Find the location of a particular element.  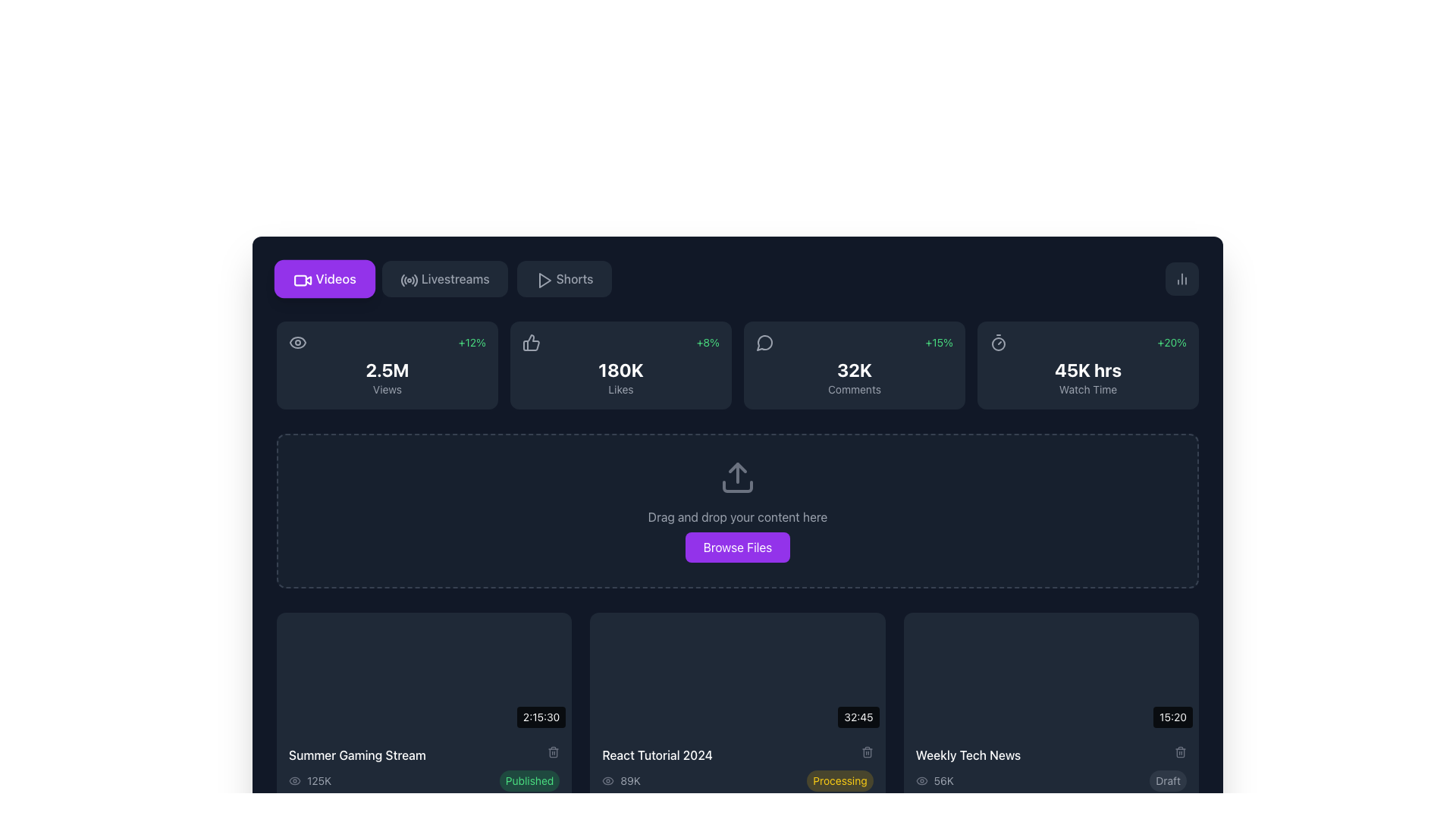

the Preview thumbnail component for the video titled 'React Tutorial 2024', which has a dark blue background and a timestamp '32:45' in the bottom-right corner is located at coordinates (738, 672).